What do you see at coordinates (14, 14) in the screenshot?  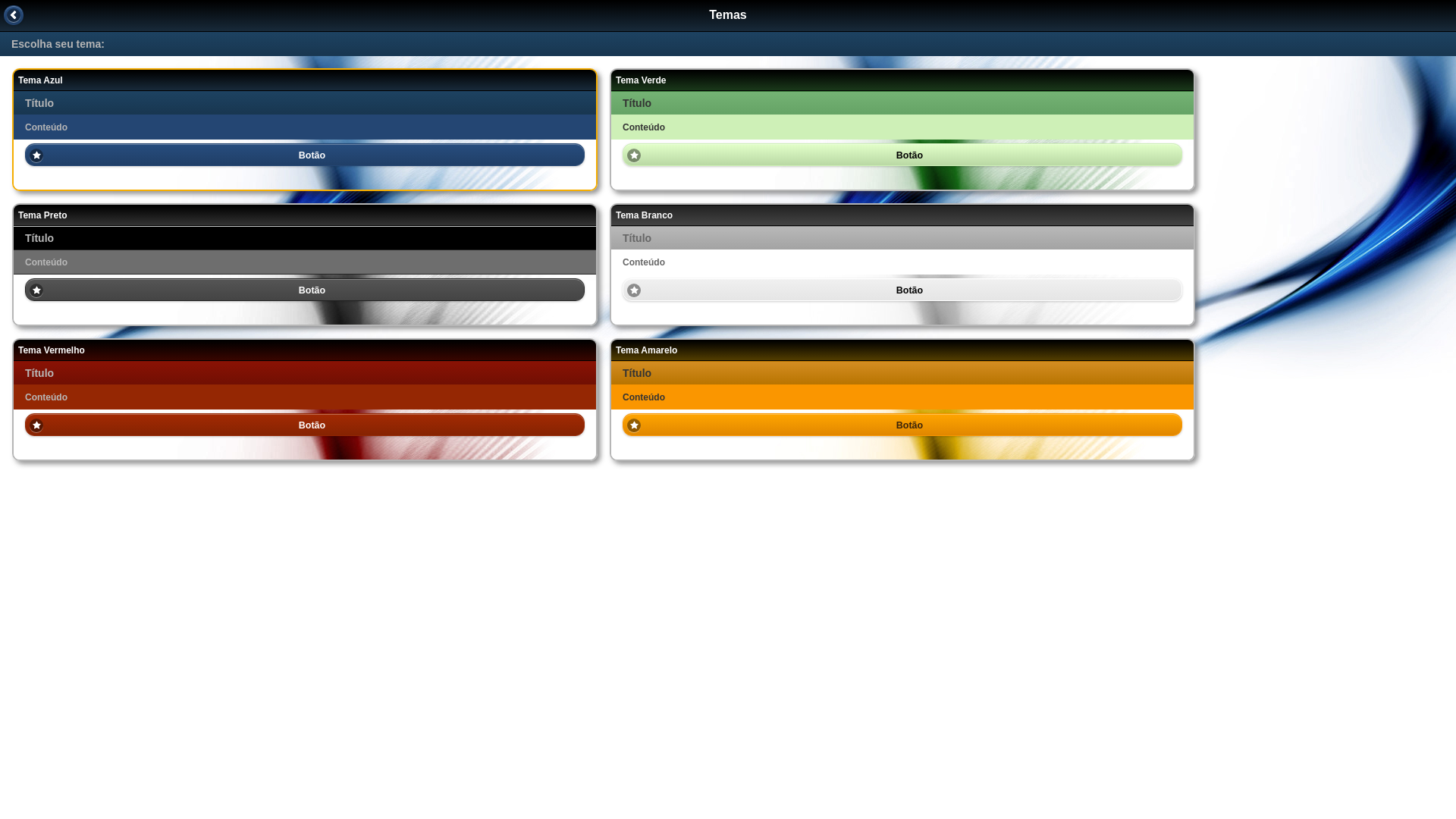 I see `'Voltar'` at bounding box center [14, 14].